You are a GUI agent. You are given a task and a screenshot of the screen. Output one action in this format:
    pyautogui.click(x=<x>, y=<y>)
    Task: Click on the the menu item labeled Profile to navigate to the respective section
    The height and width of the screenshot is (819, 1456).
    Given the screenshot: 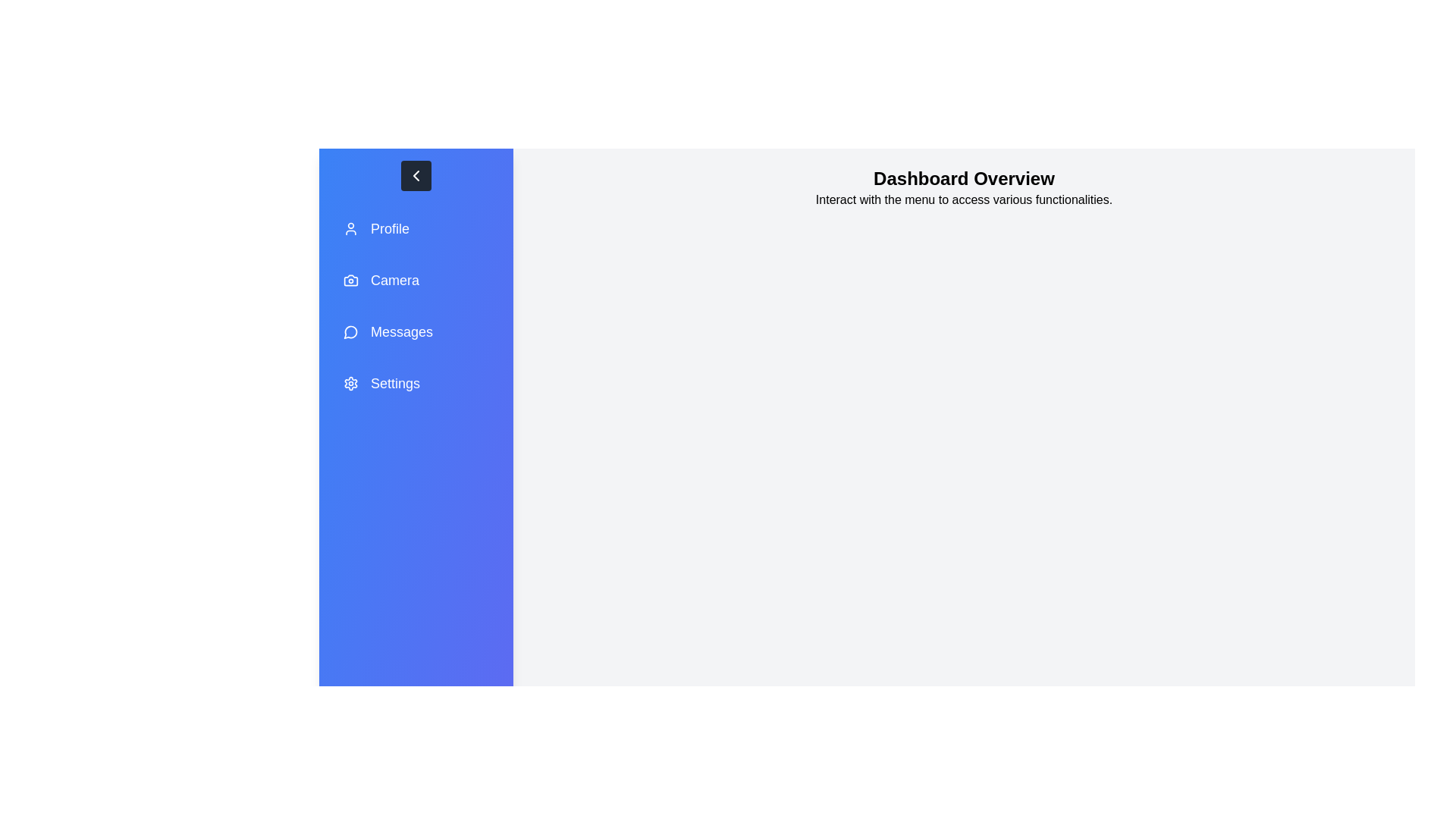 What is the action you would take?
    pyautogui.click(x=416, y=228)
    